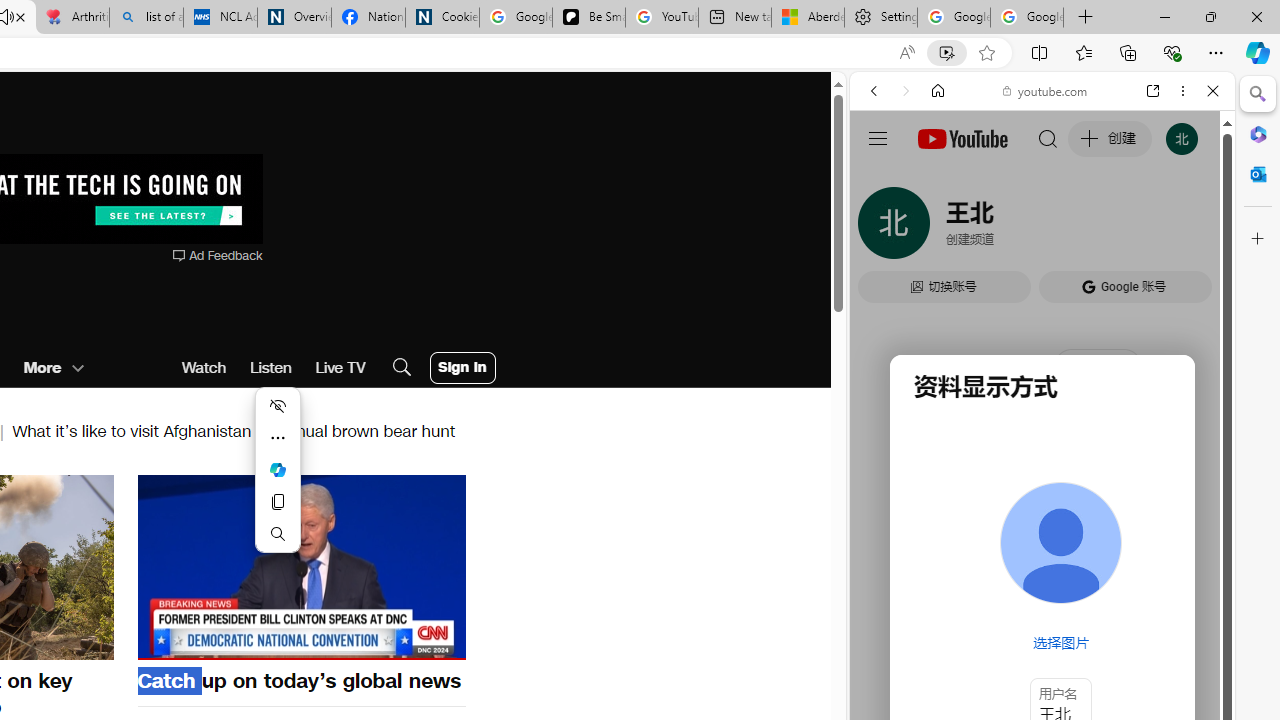 Image resolution: width=1280 pixels, height=720 pixels. What do you see at coordinates (276, 470) in the screenshot?
I see `'Mini menu on text selection'` at bounding box center [276, 470].